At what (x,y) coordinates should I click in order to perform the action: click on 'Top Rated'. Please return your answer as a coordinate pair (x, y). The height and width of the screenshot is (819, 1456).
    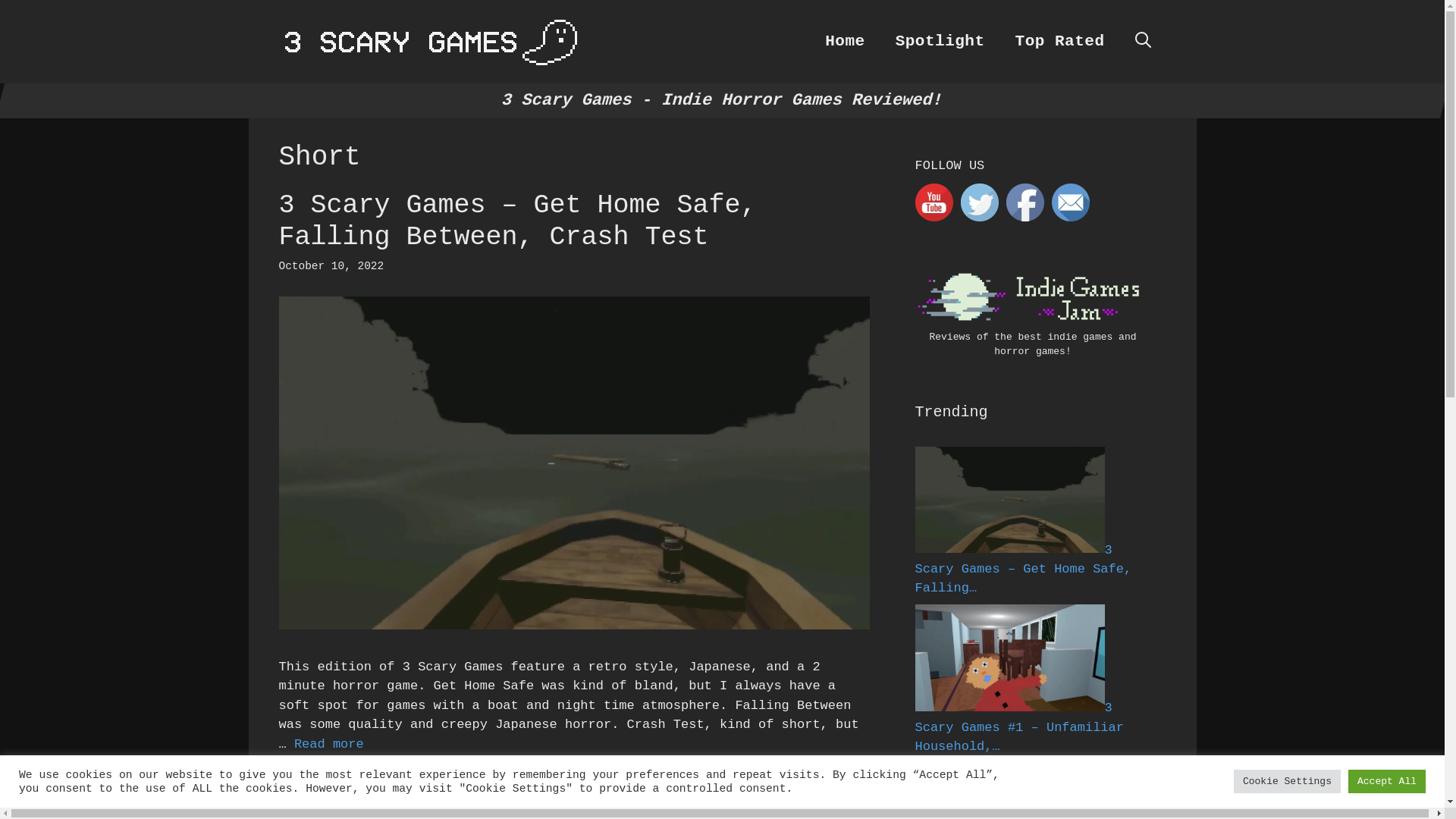
    Looking at the image, I should click on (1059, 40).